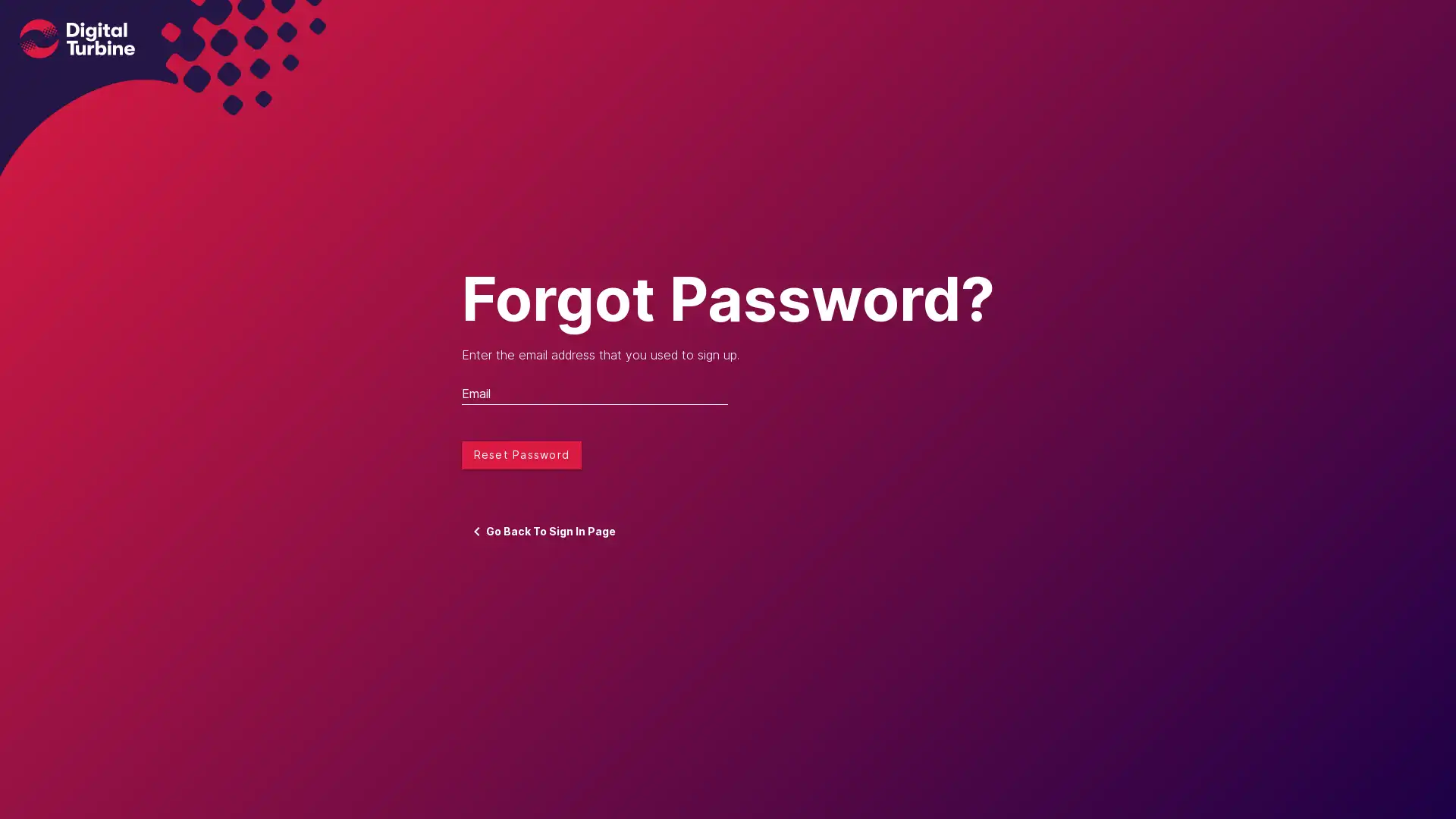  What do you see at coordinates (521, 454) in the screenshot?
I see `Reset Password` at bounding box center [521, 454].